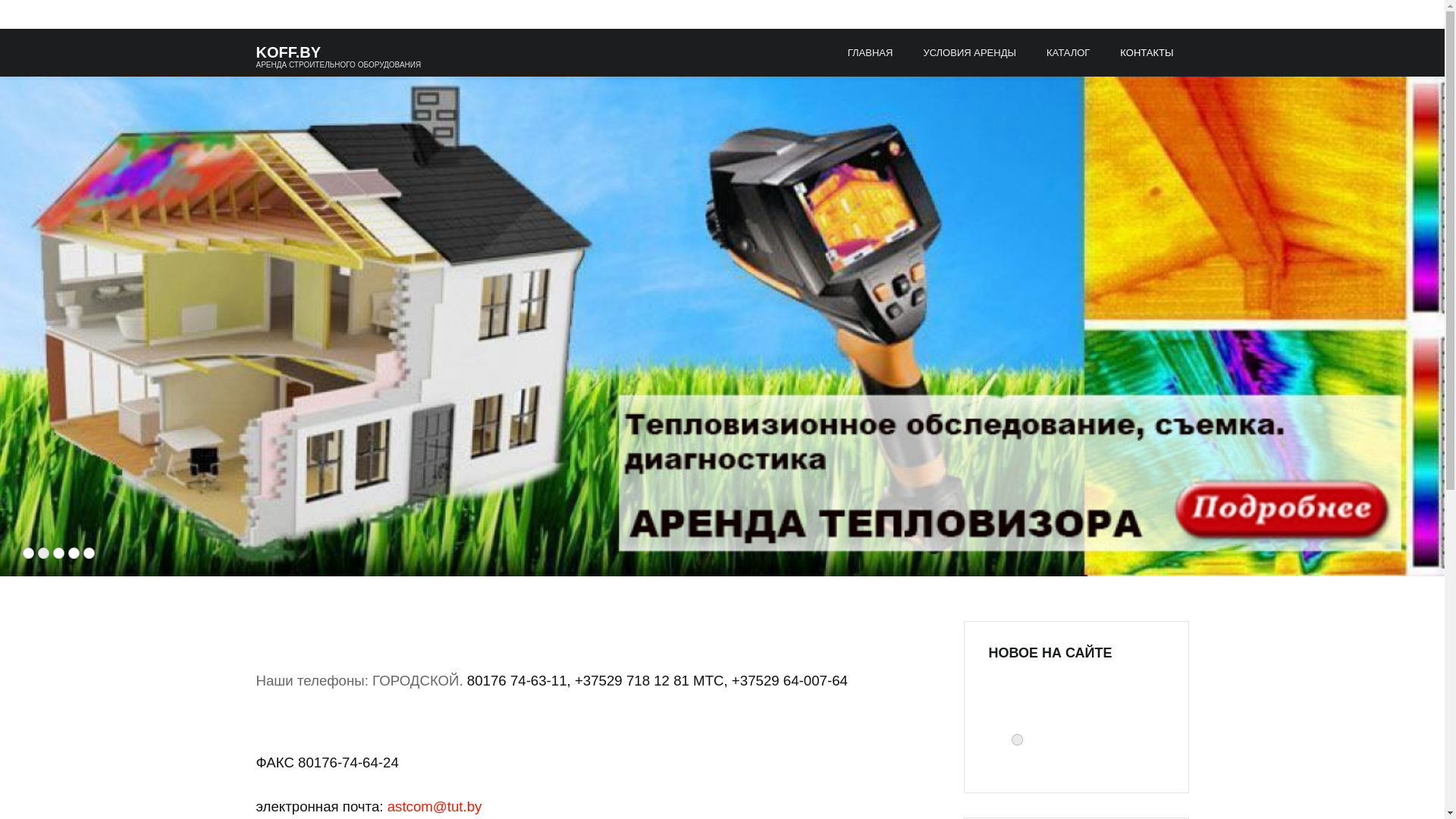  What do you see at coordinates (434, 805) in the screenshot?
I see `'astcom@tut.by'` at bounding box center [434, 805].